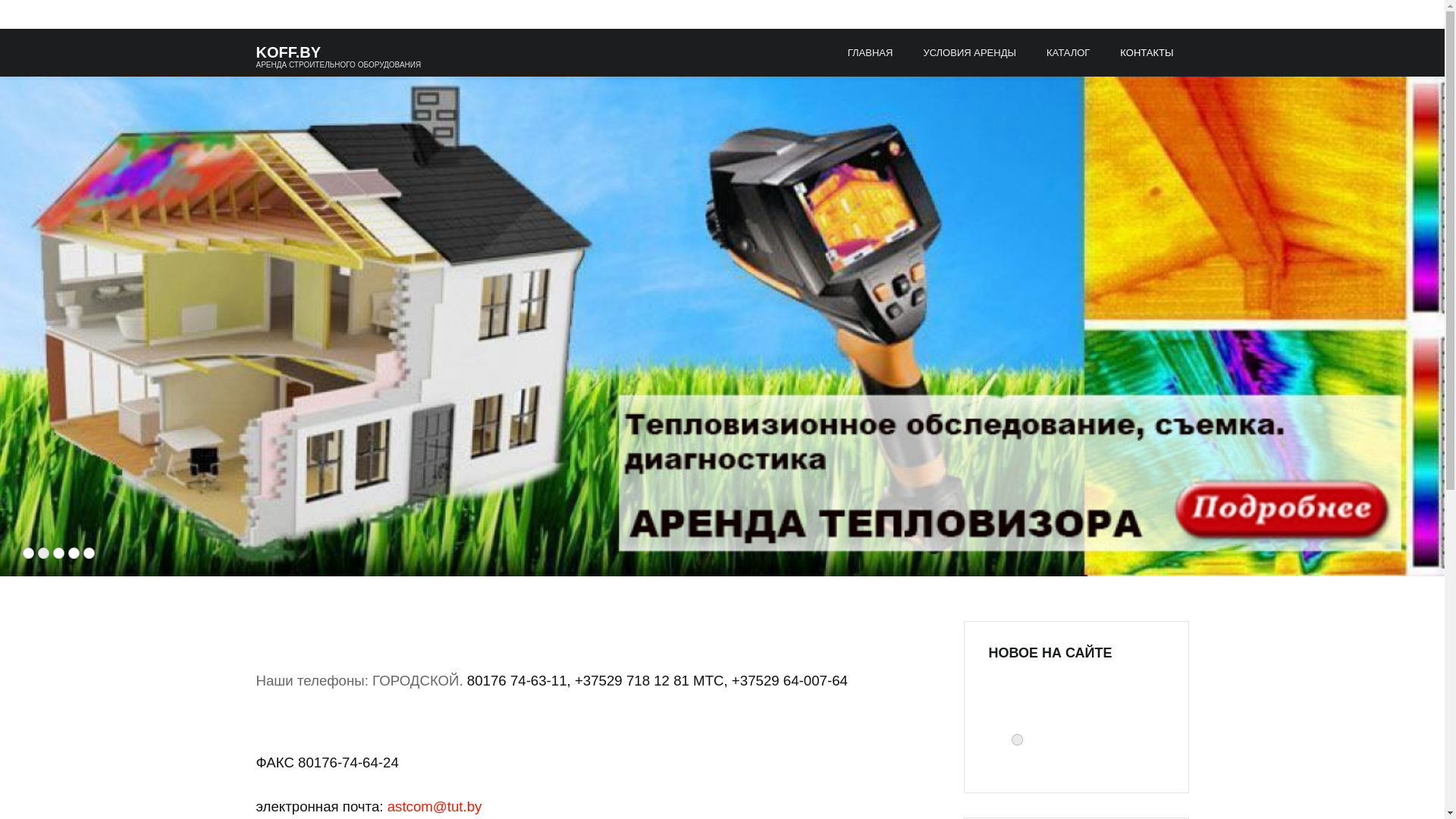  What do you see at coordinates (434, 805) in the screenshot?
I see `'astcom@tut.by'` at bounding box center [434, 805].